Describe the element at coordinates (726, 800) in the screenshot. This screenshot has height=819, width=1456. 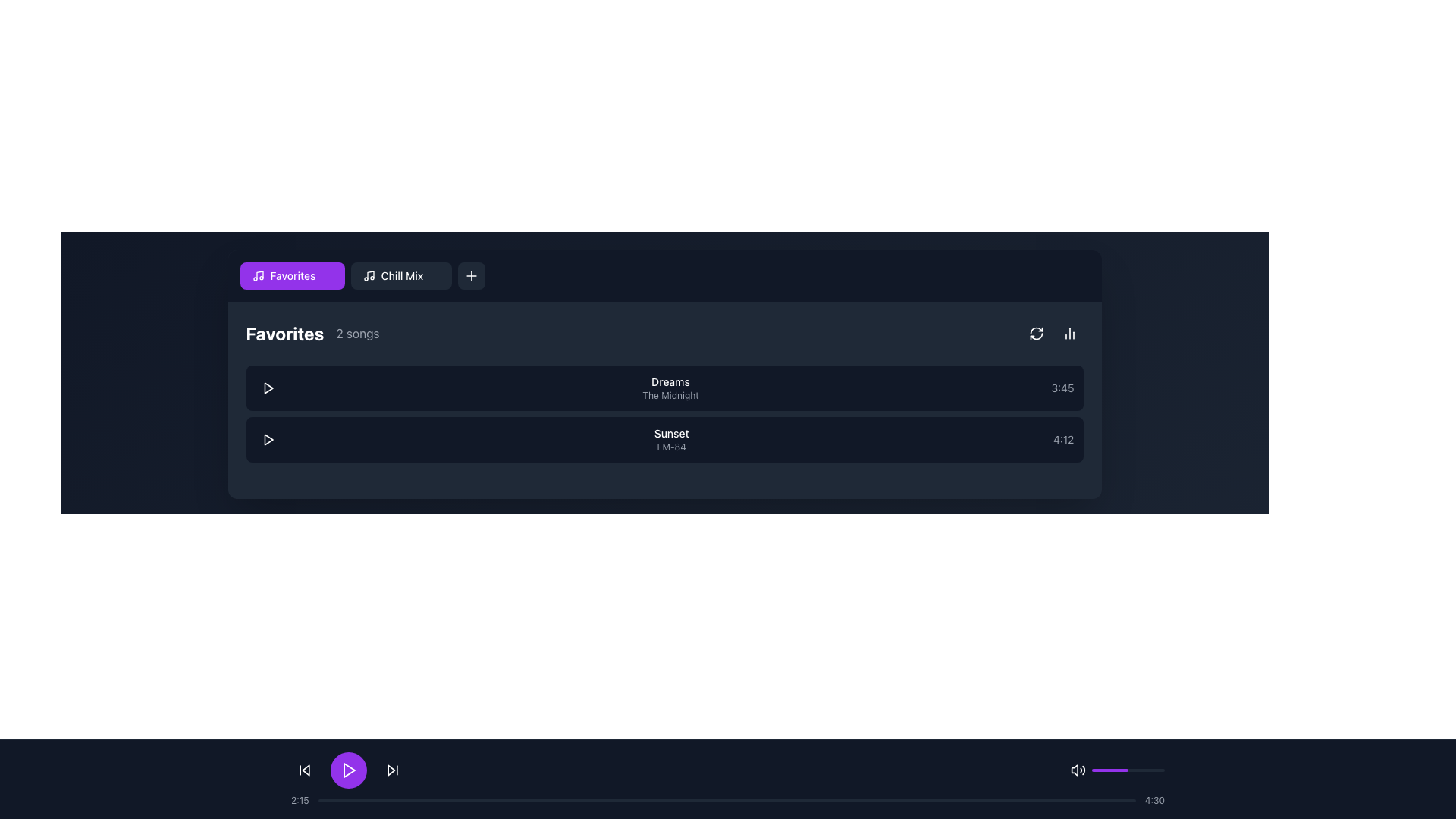
I see `the progress bar located at the bottom of the interface to move to a specific point` at that location.